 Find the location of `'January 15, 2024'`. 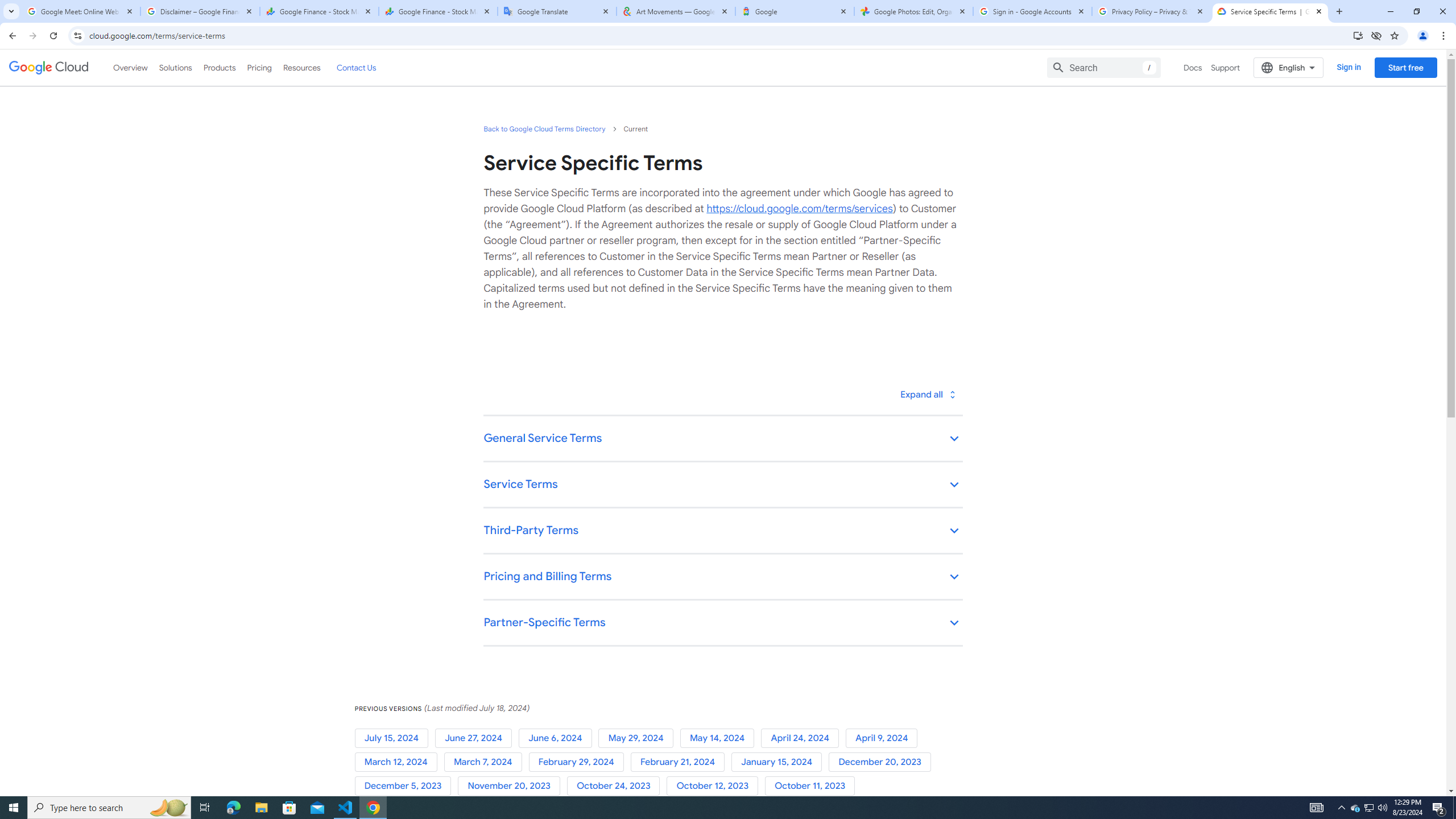

'January 15, 2024' is located at coordinates (780, 761).